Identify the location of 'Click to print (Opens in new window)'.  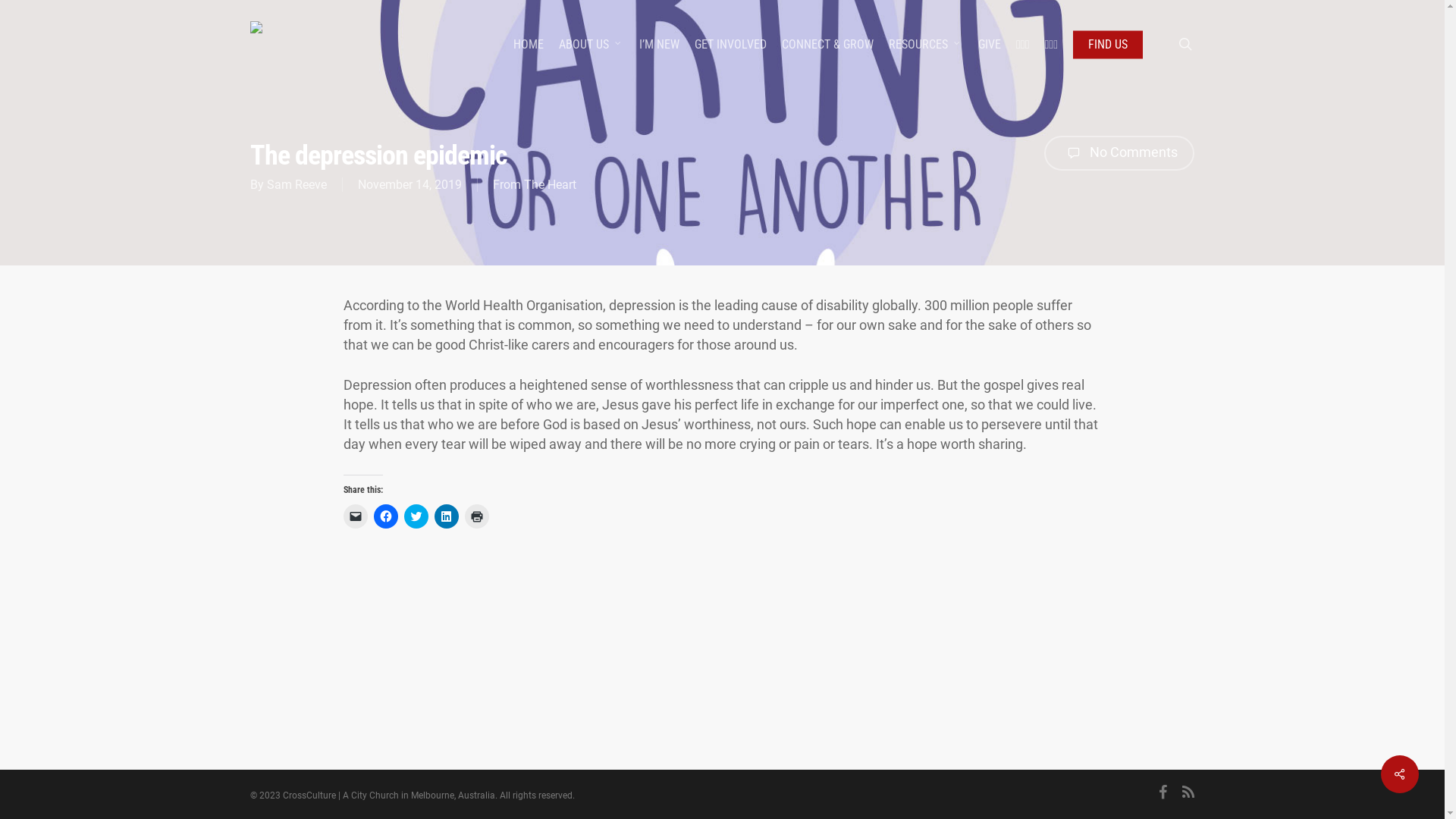
(475, 516).